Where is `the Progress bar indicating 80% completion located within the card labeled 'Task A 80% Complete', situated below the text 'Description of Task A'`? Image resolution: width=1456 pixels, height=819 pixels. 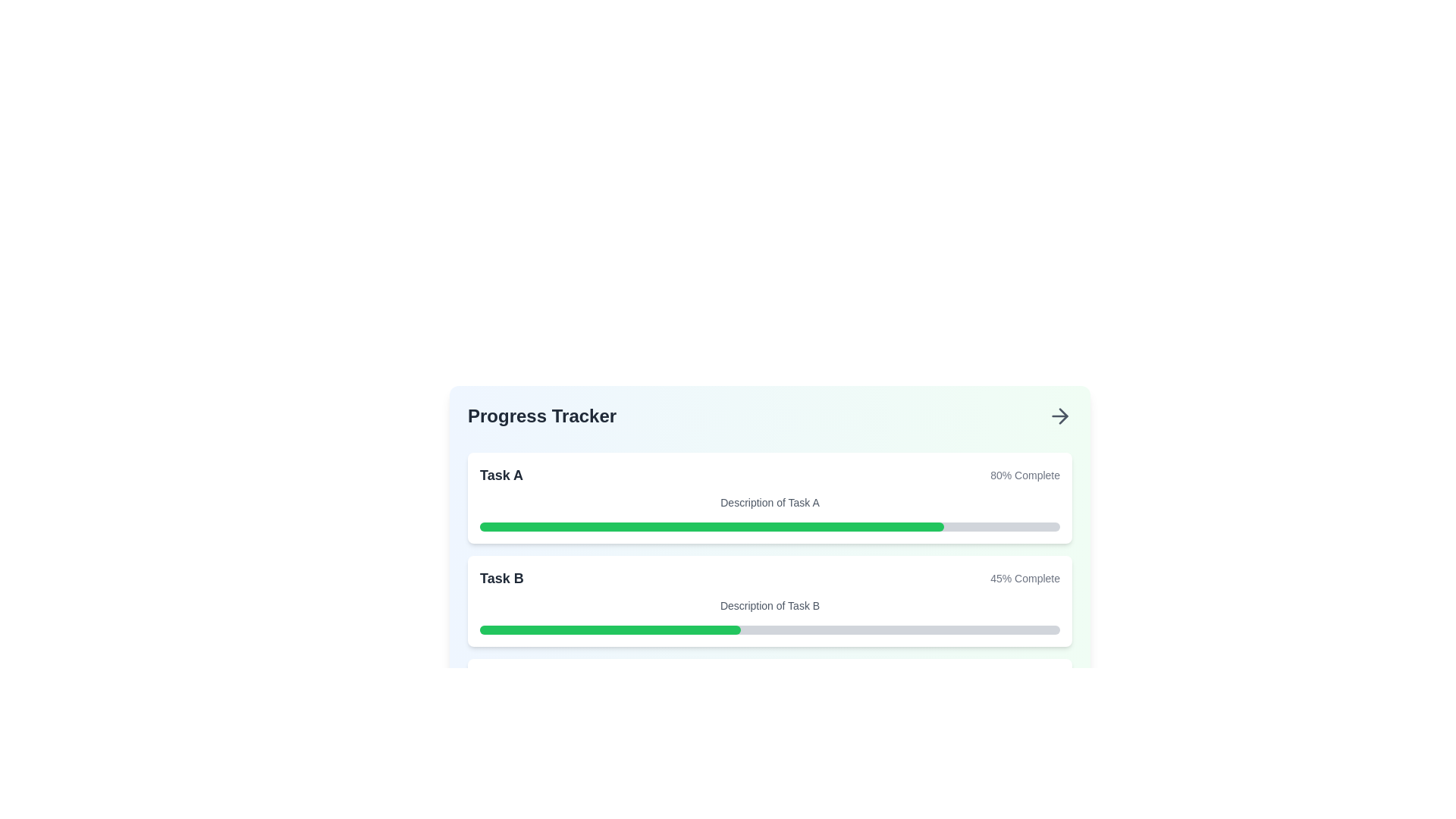
the Progress bar indicating 80% completion located within the card labeled 'Task A 80% Complete', situated below the text 'Description of Task A' is located at coordinates (770, 526).